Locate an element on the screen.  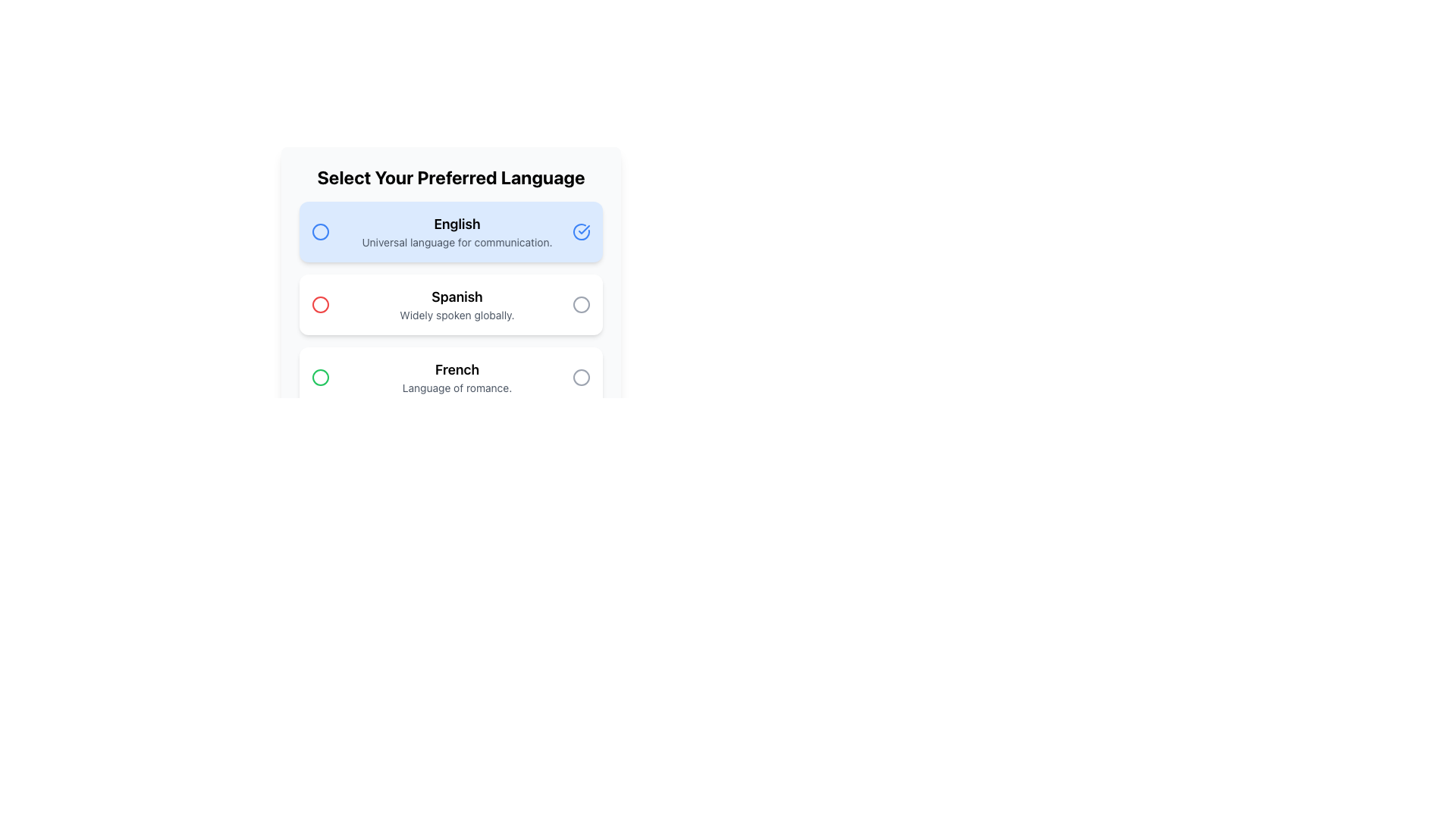
the unselected indicator icon for the 'French' option is located at coordinates (319, 376).